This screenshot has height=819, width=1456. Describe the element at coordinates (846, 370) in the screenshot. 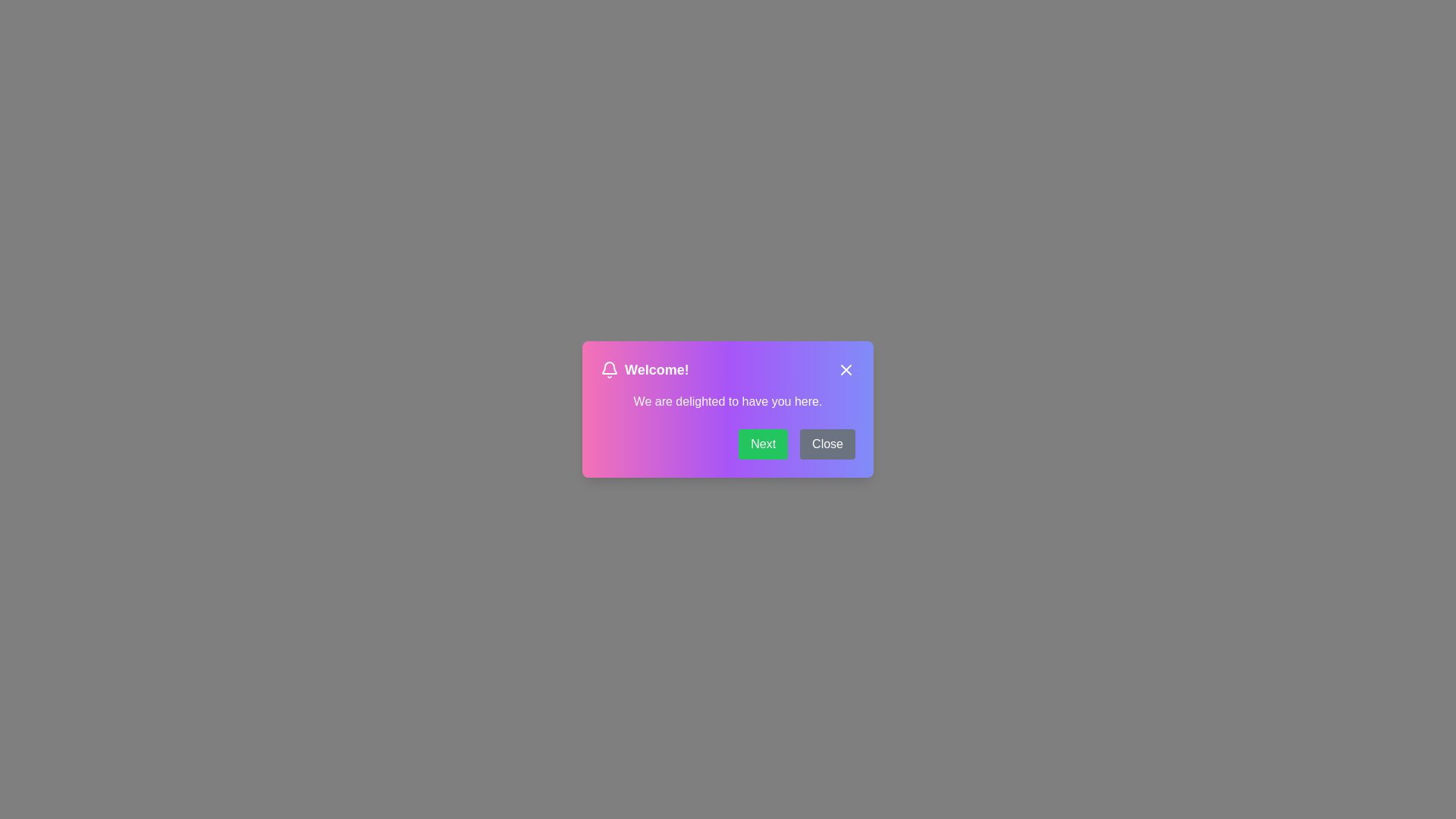

I see `the 'Close' button to close the notification dialog` at that location.